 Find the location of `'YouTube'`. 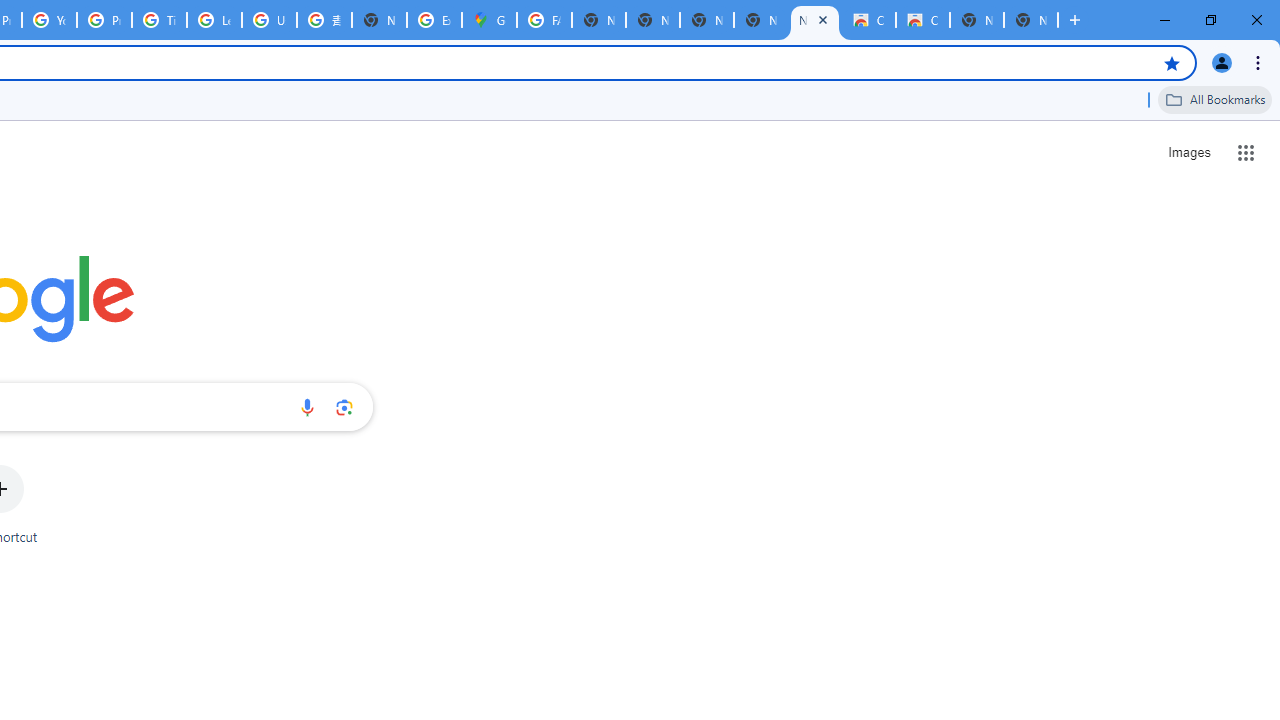

'YouTube' is located at coordinates (49, 20).